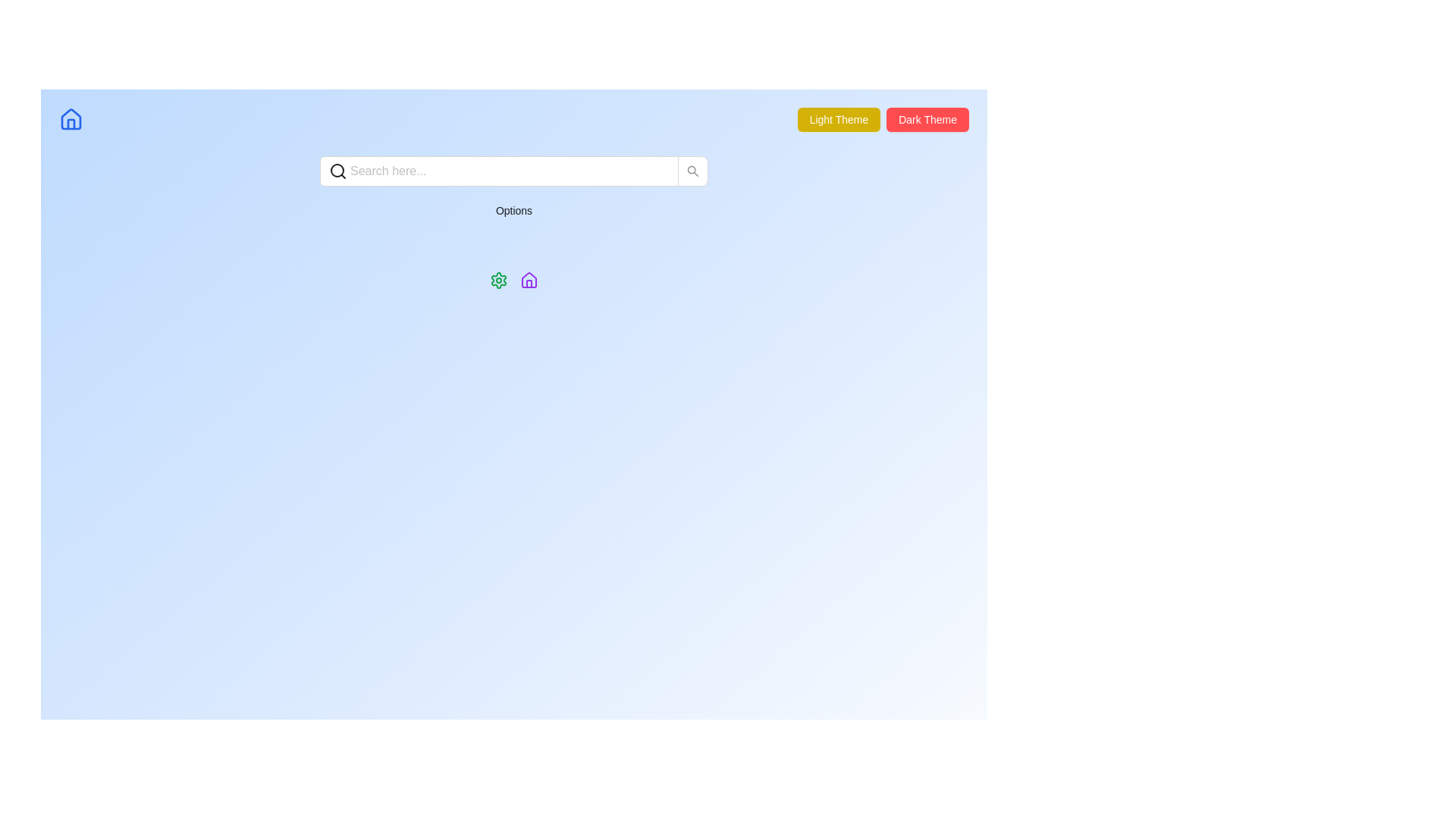  Describe the element at coordinates (513, 189) in the screenshot. I see `the 'Options' text label, which is centered below the search input box and styled in black text on a light backdrop` at that location.